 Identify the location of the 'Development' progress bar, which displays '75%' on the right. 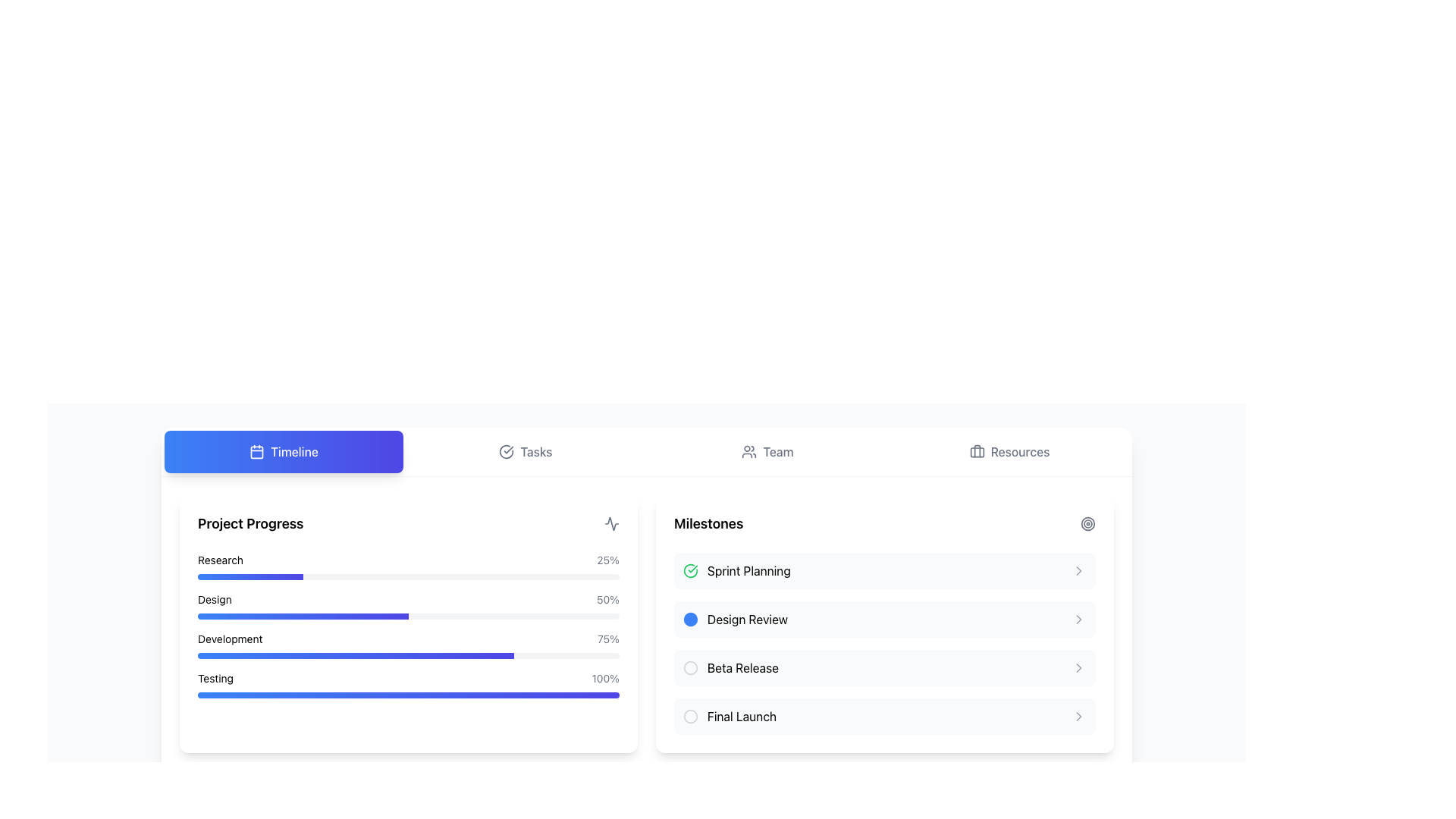
(408, 626).